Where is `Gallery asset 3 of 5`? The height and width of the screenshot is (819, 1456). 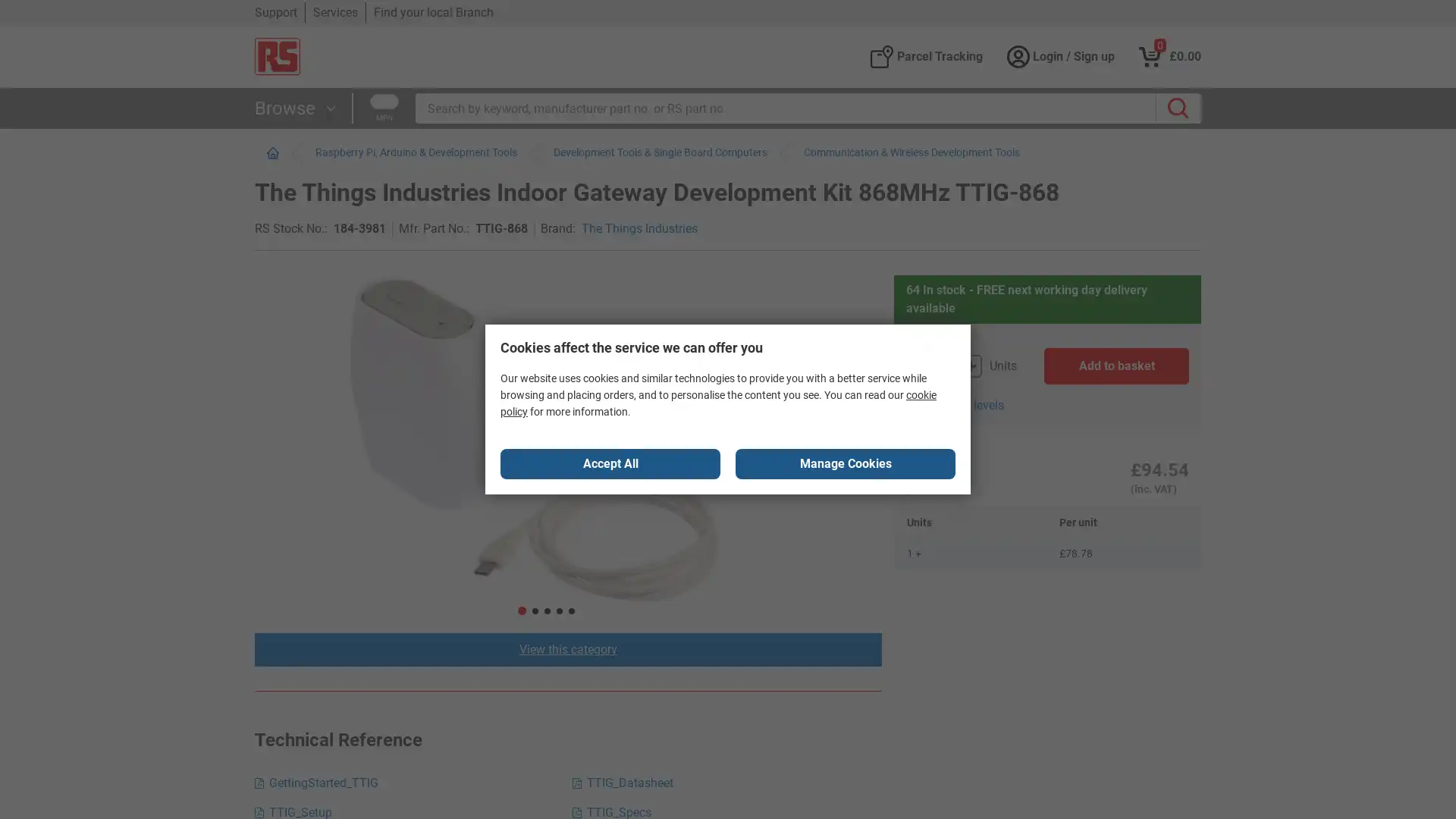 Gallery asset 3 of 5 is located at coordinates (297, 476).